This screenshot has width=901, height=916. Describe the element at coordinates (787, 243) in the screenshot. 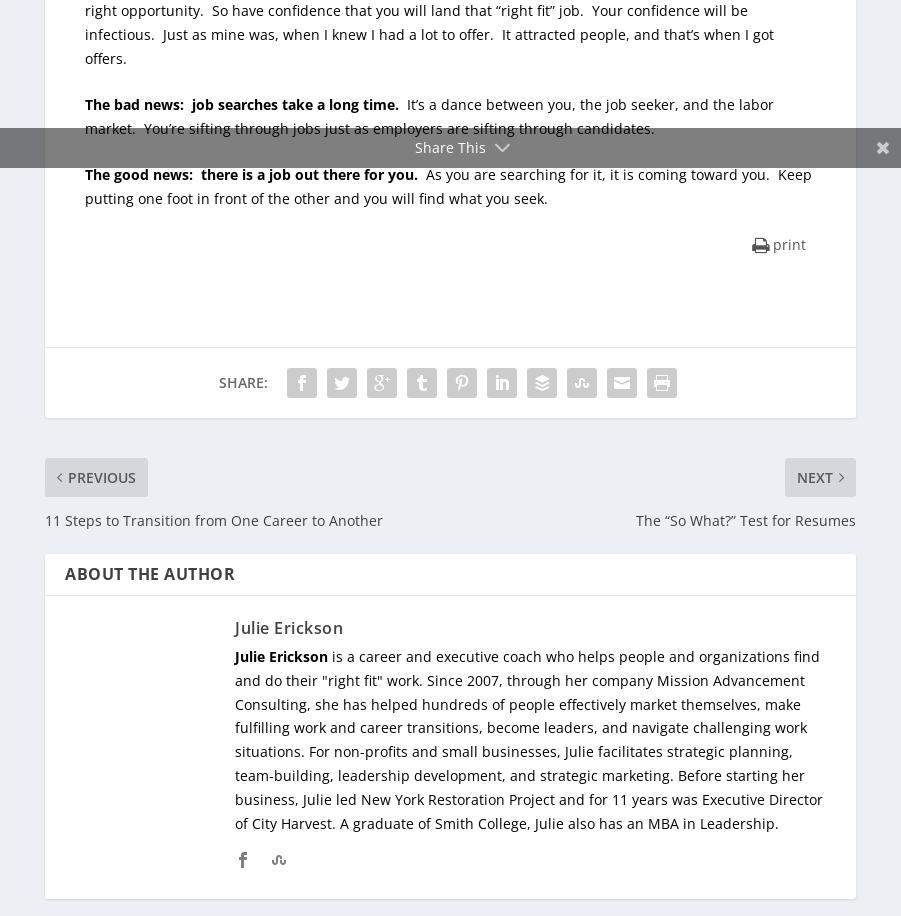

I see `'print'` at that location.